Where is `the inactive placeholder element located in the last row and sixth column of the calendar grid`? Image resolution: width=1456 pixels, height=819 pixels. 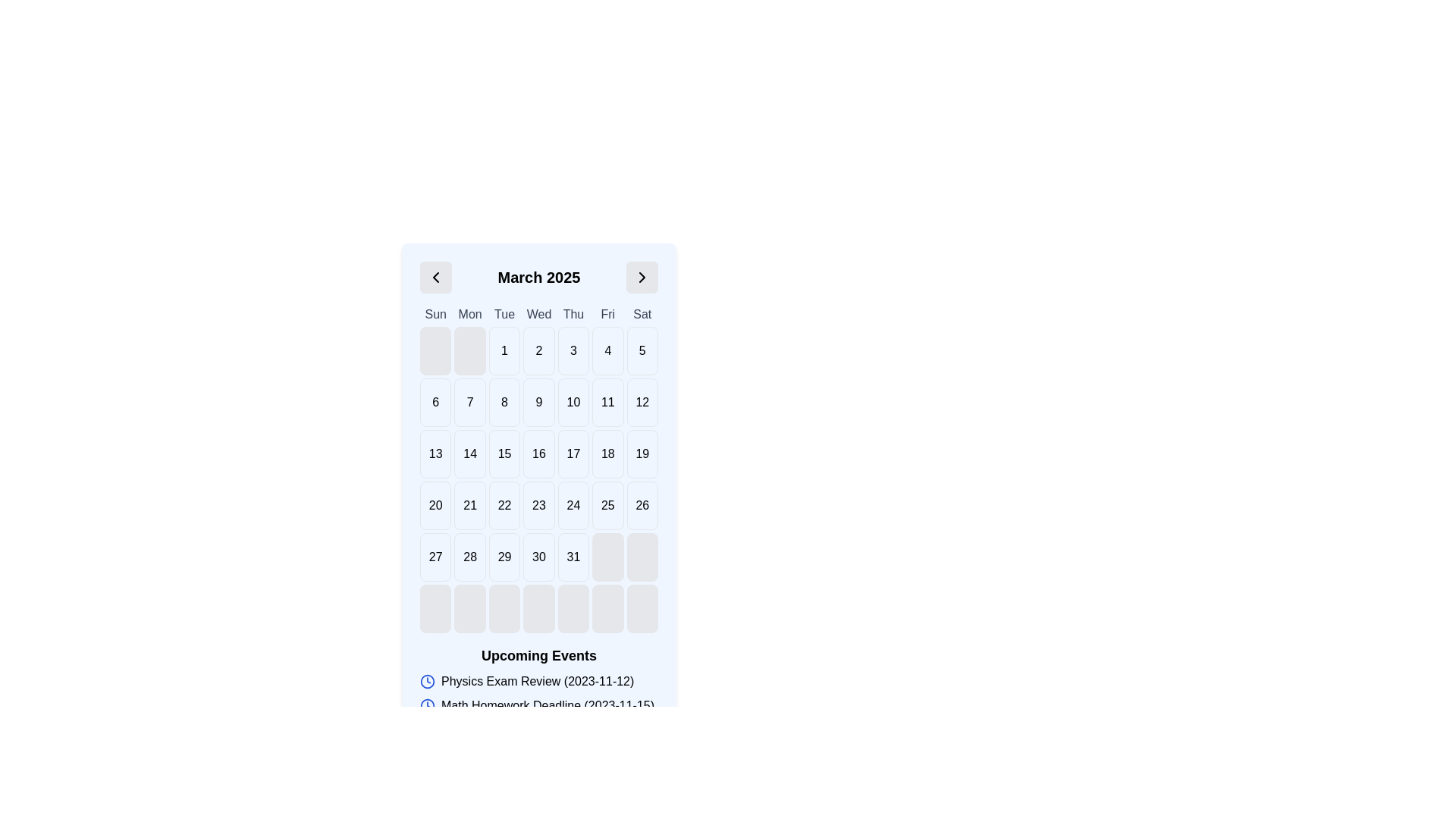 the inactive placeholder element located in the last row and sixth column of the calendar grid is located at coordinates (607, 607).